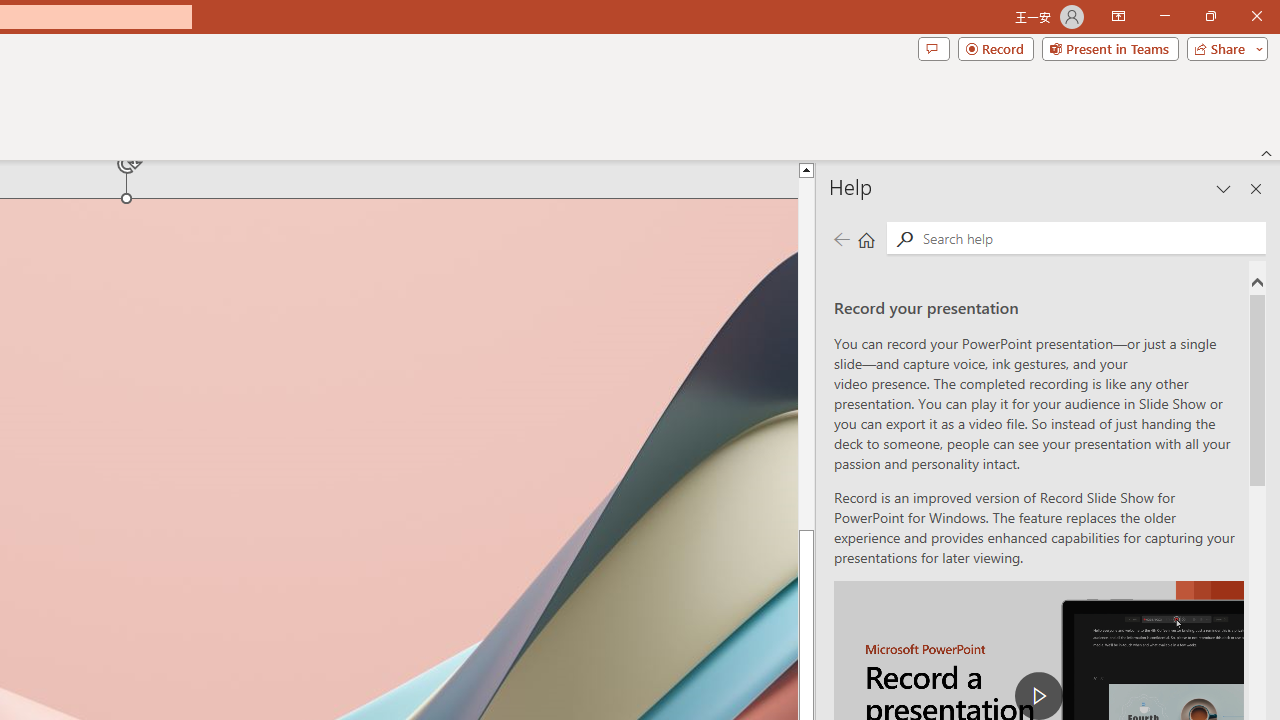  I want to click on 'Close pane', so click(1255, 189).